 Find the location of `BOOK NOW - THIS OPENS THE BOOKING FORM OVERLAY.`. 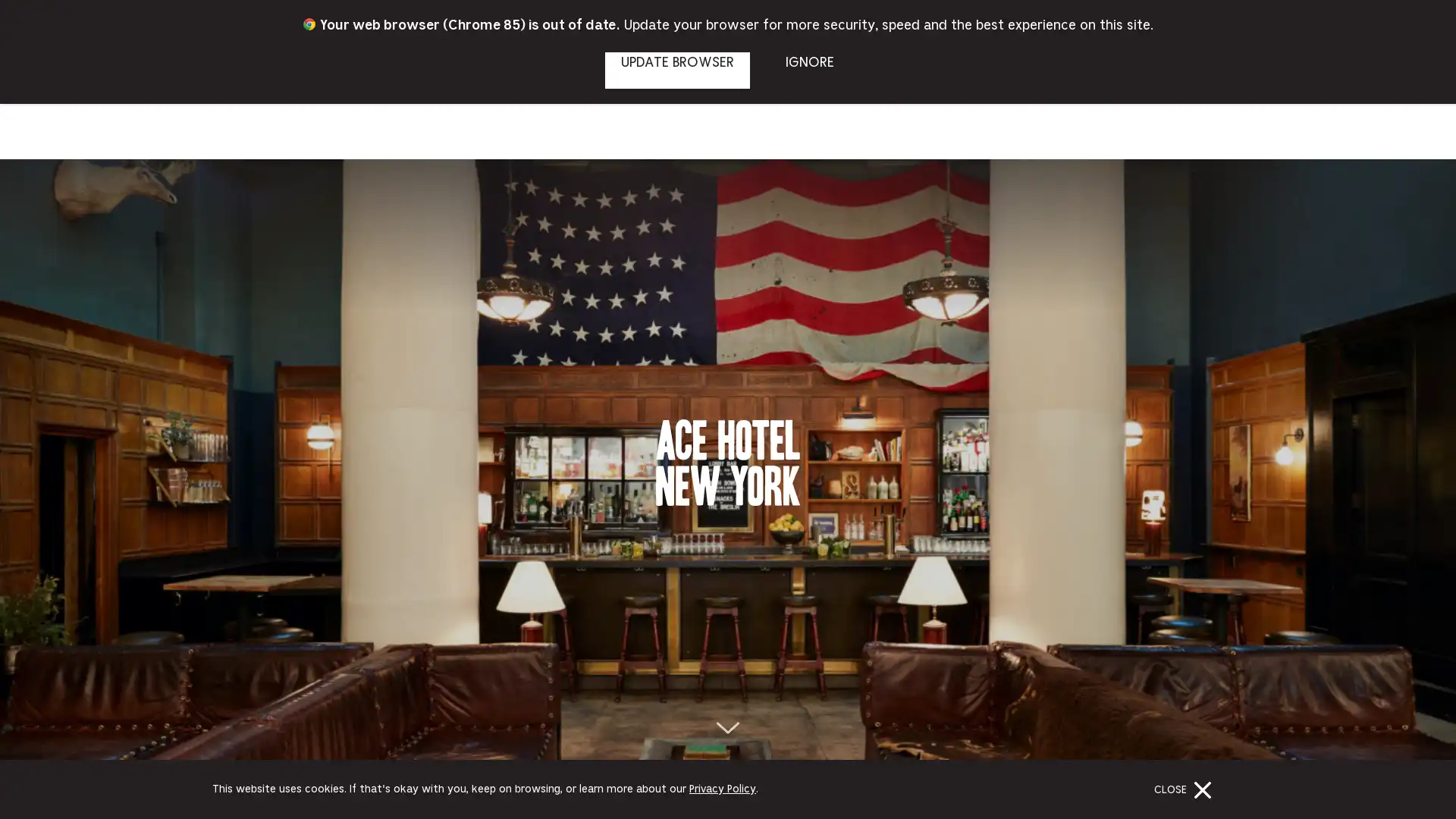

BOOK NOW - THIS OPENS THE BOOKING FORM OVERLAY. is located at coordinates (1386, 58).